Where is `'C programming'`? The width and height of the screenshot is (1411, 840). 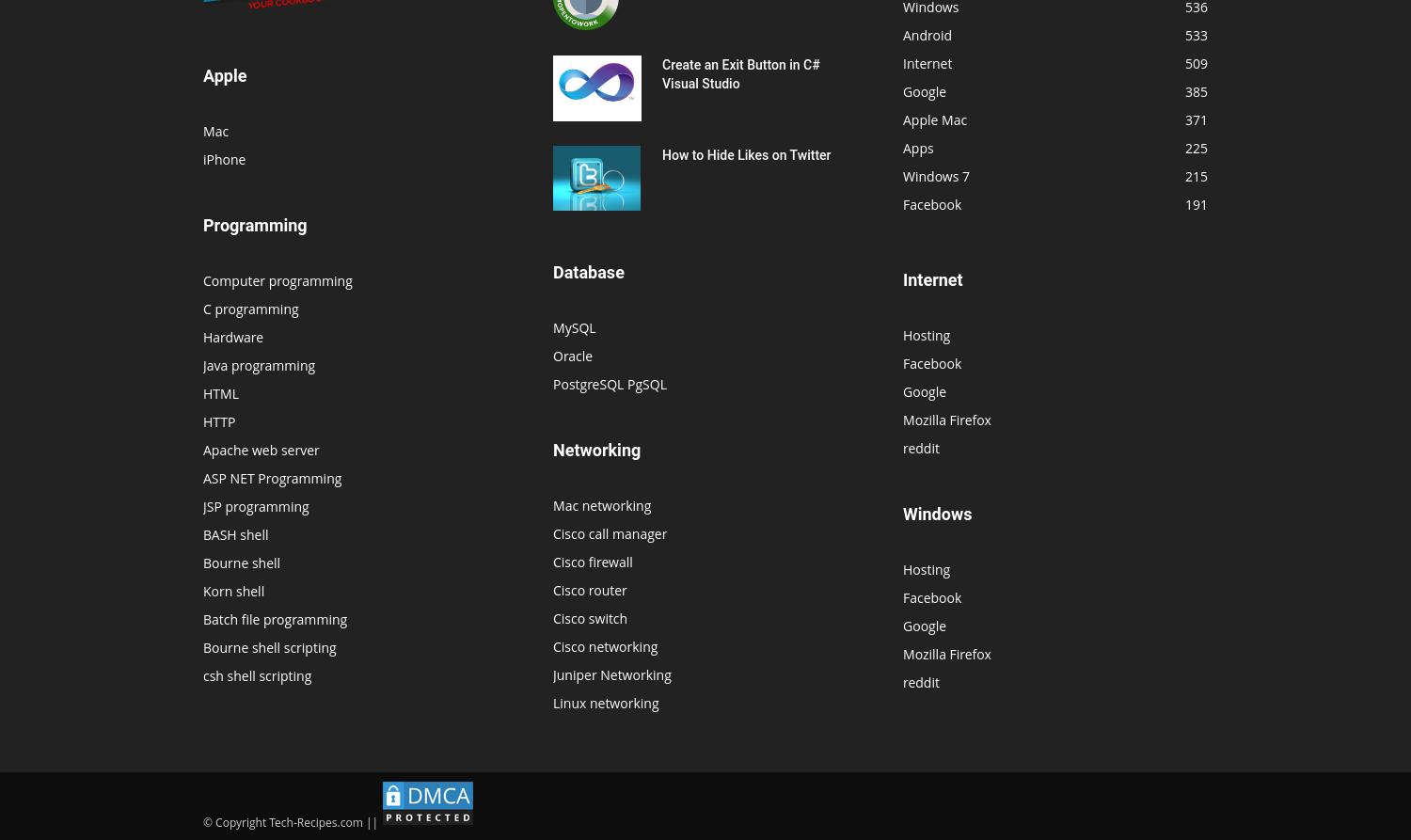
'C programming' is located at coordinates (250, 308).